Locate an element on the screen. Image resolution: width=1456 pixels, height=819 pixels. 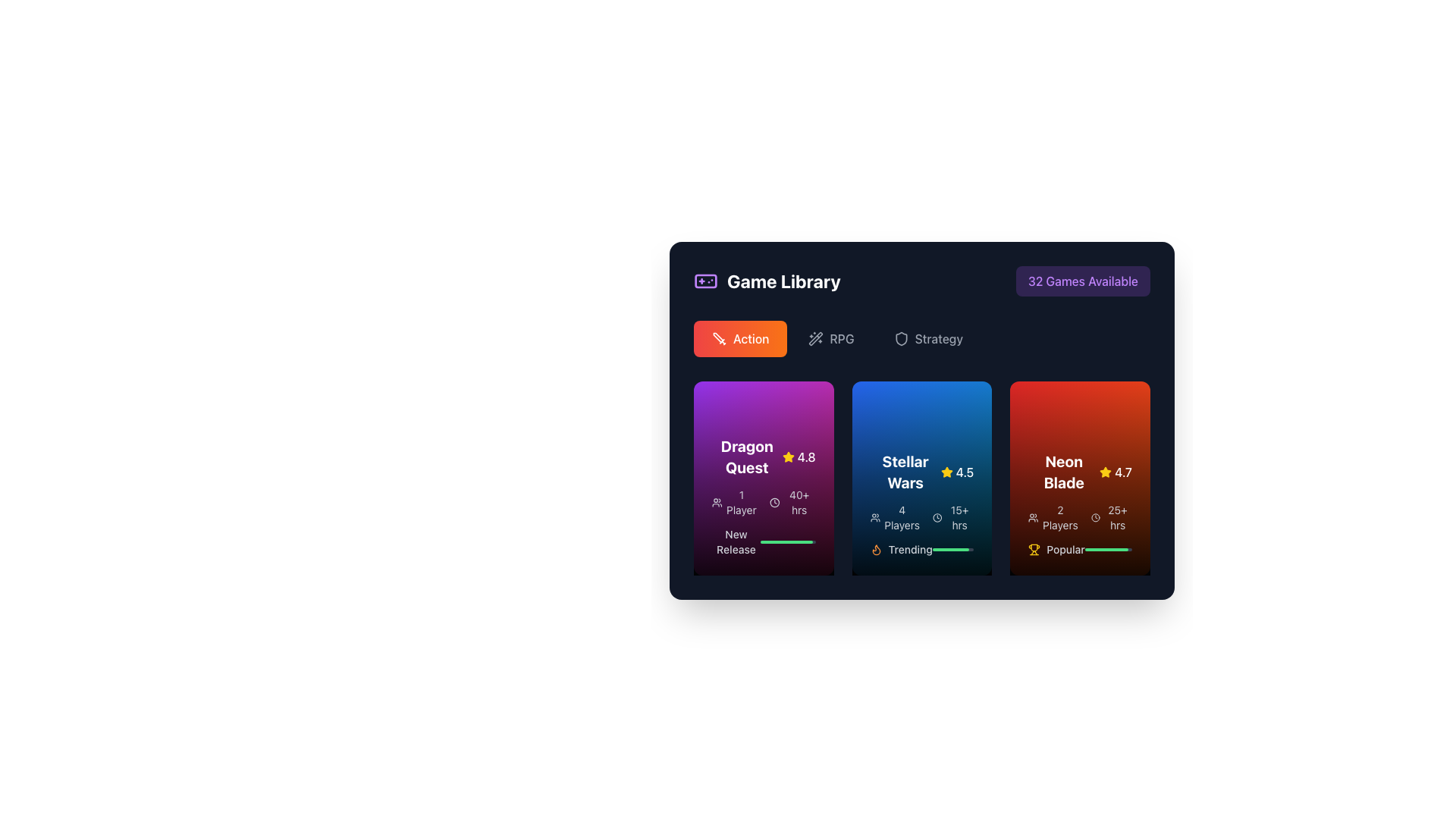
the 'Popular' icon for the 'Neon Blade' game, located at the bottom-right of the card is located at coordinates (1034, 550).